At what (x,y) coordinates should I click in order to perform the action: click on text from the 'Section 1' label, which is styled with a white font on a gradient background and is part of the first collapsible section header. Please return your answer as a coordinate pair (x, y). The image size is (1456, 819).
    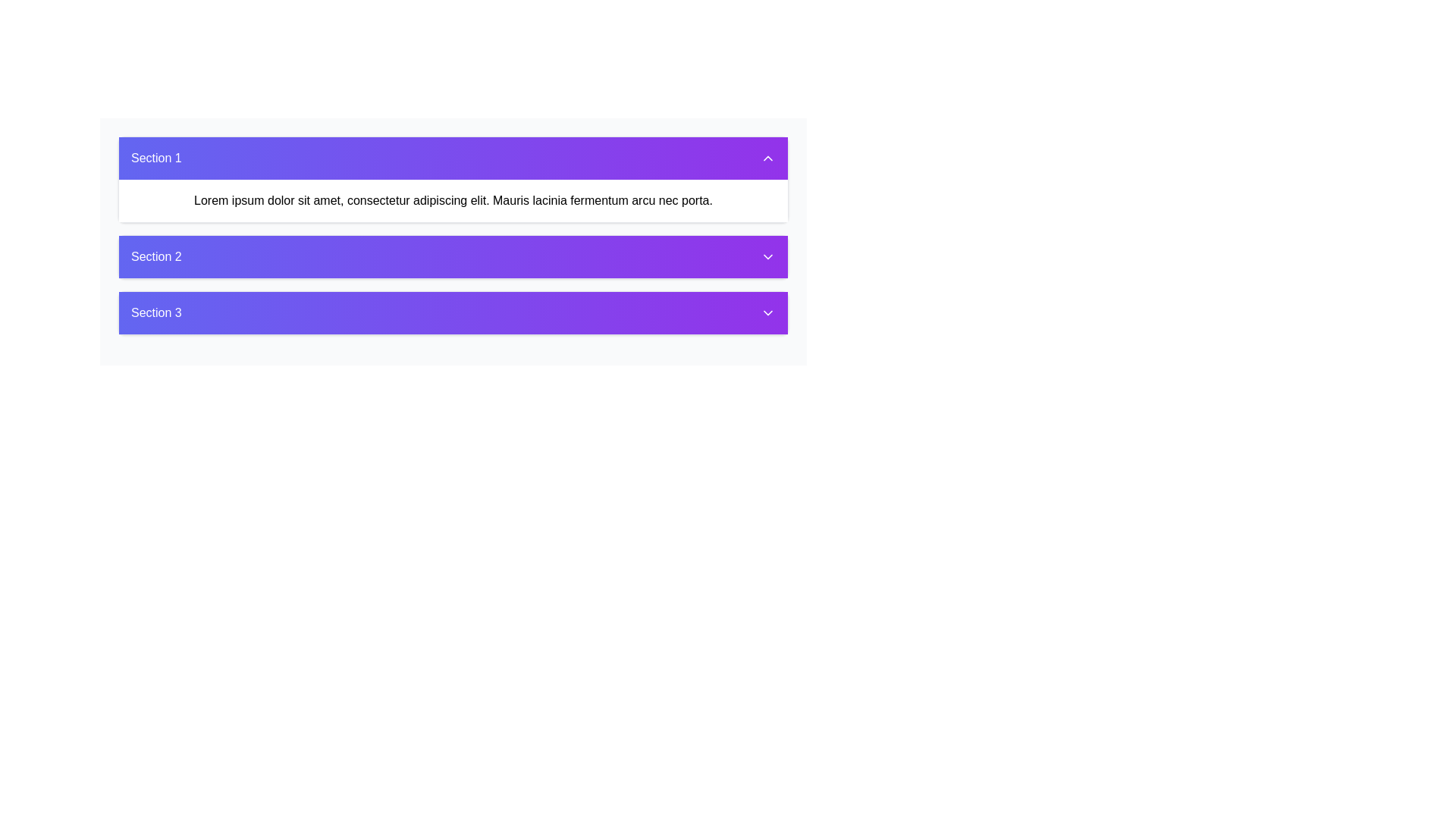
    Looking at the image, I should click on (156, 158).